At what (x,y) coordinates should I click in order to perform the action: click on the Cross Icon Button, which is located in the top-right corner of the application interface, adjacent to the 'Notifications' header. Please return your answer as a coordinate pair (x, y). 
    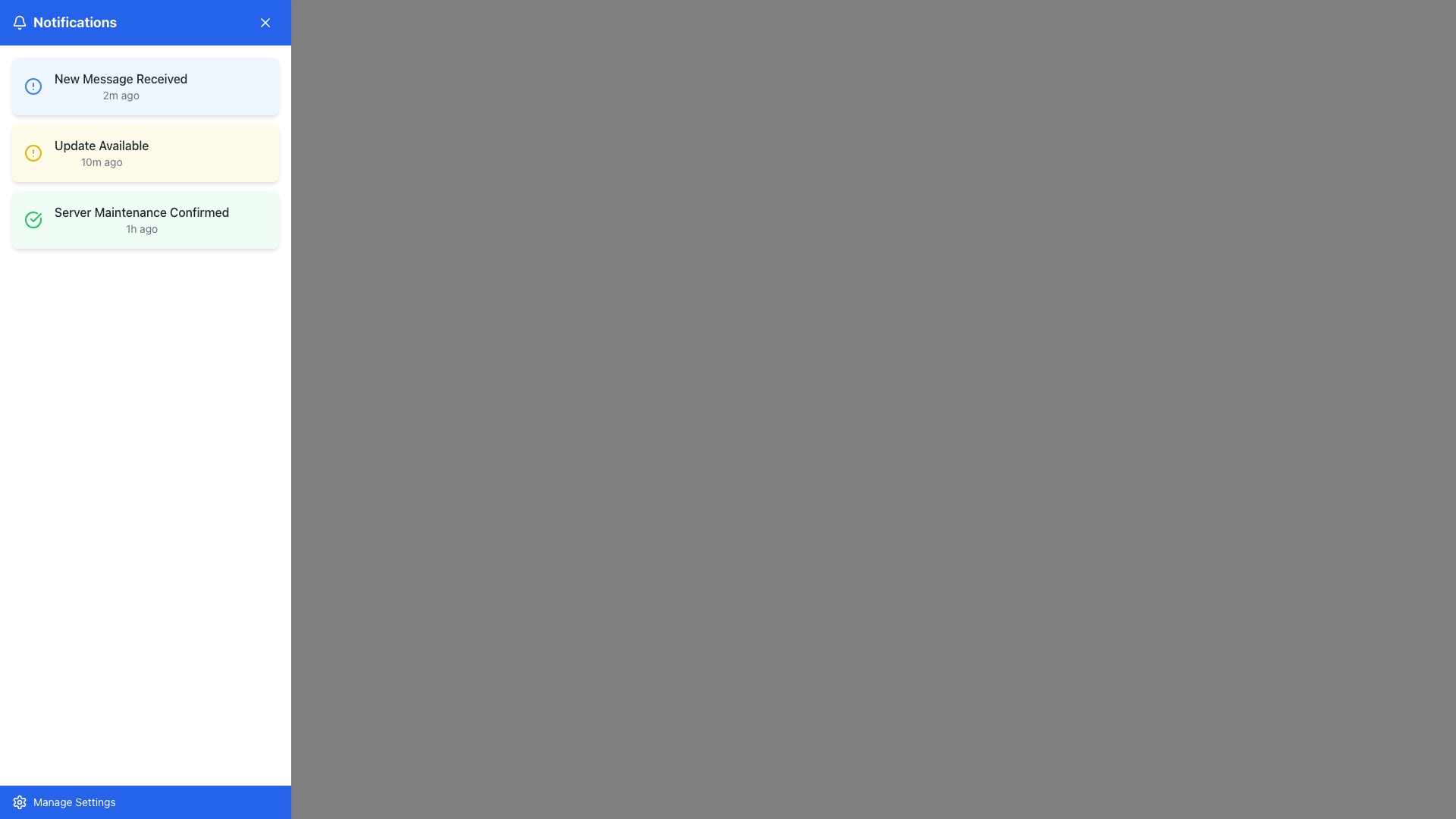
    Looking at the image, I should click on (265, 23).